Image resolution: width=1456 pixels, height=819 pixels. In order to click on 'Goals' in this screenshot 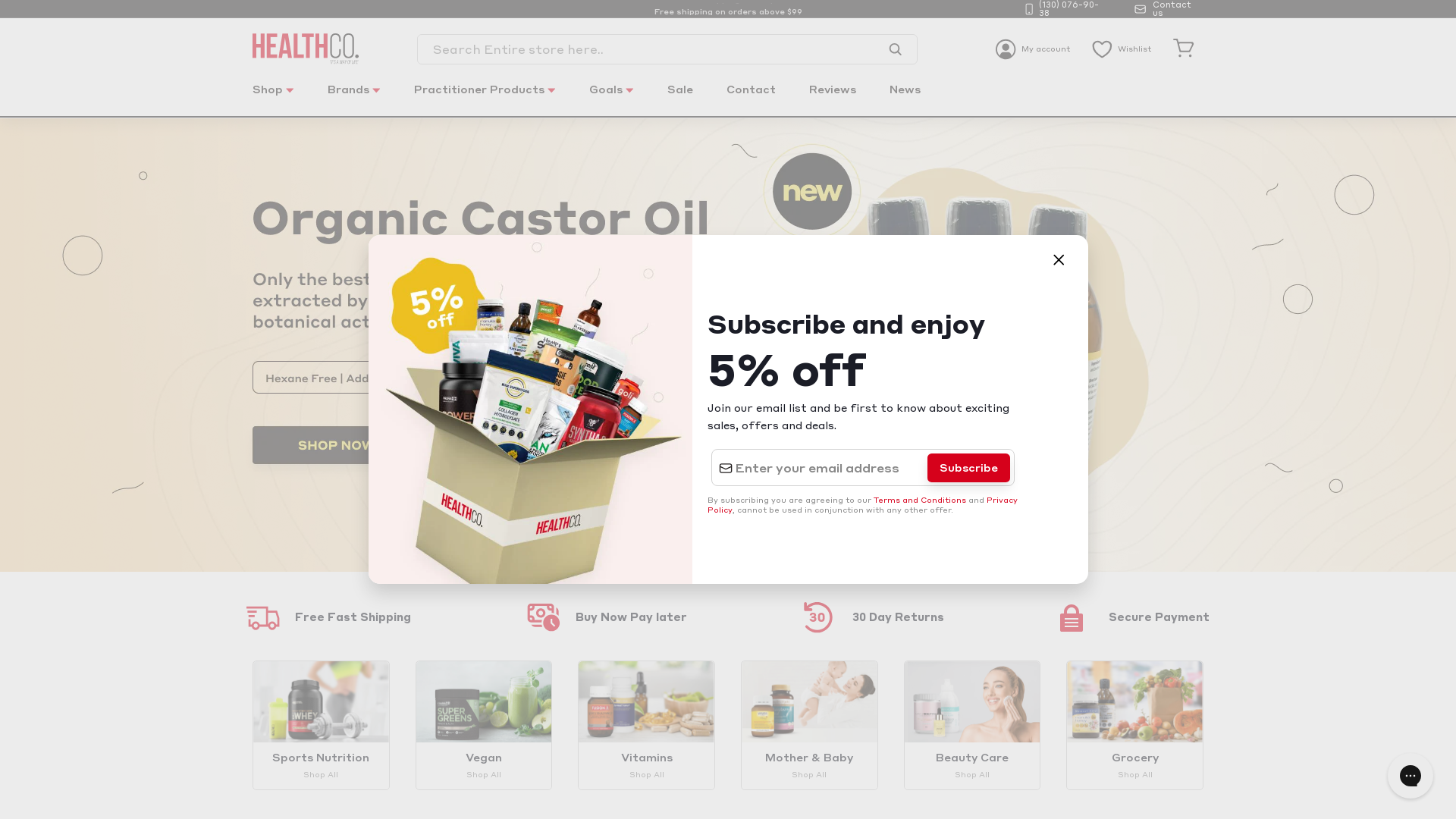, I will do `click(573, 98)`.